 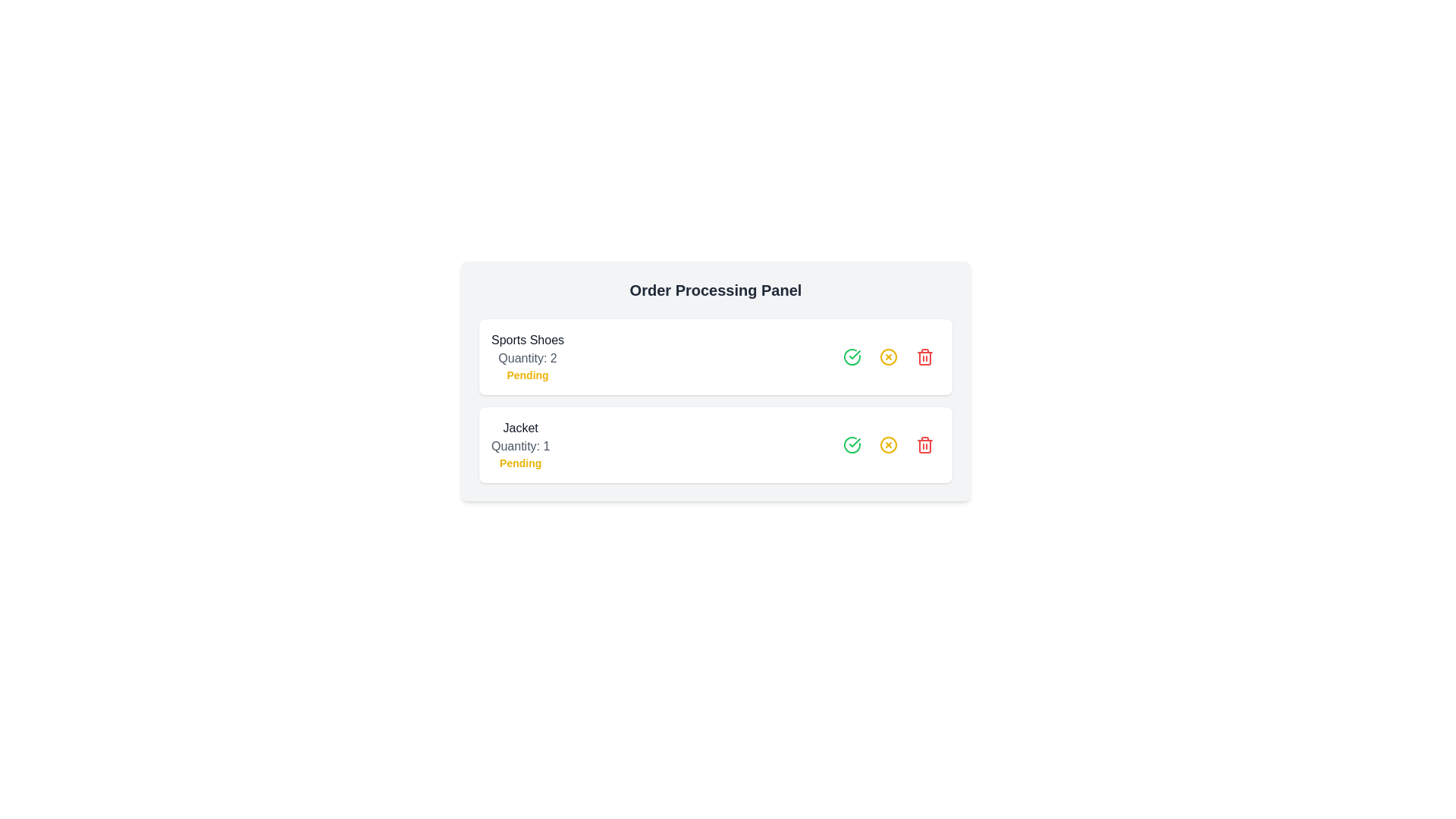 What do you see at coordinates (520, 428) in the screenshot?
I see `text label identifying the item type as 'Jacket' in the order processing panel, specifically the lower entry of two items` at bounding box center [520, 428].